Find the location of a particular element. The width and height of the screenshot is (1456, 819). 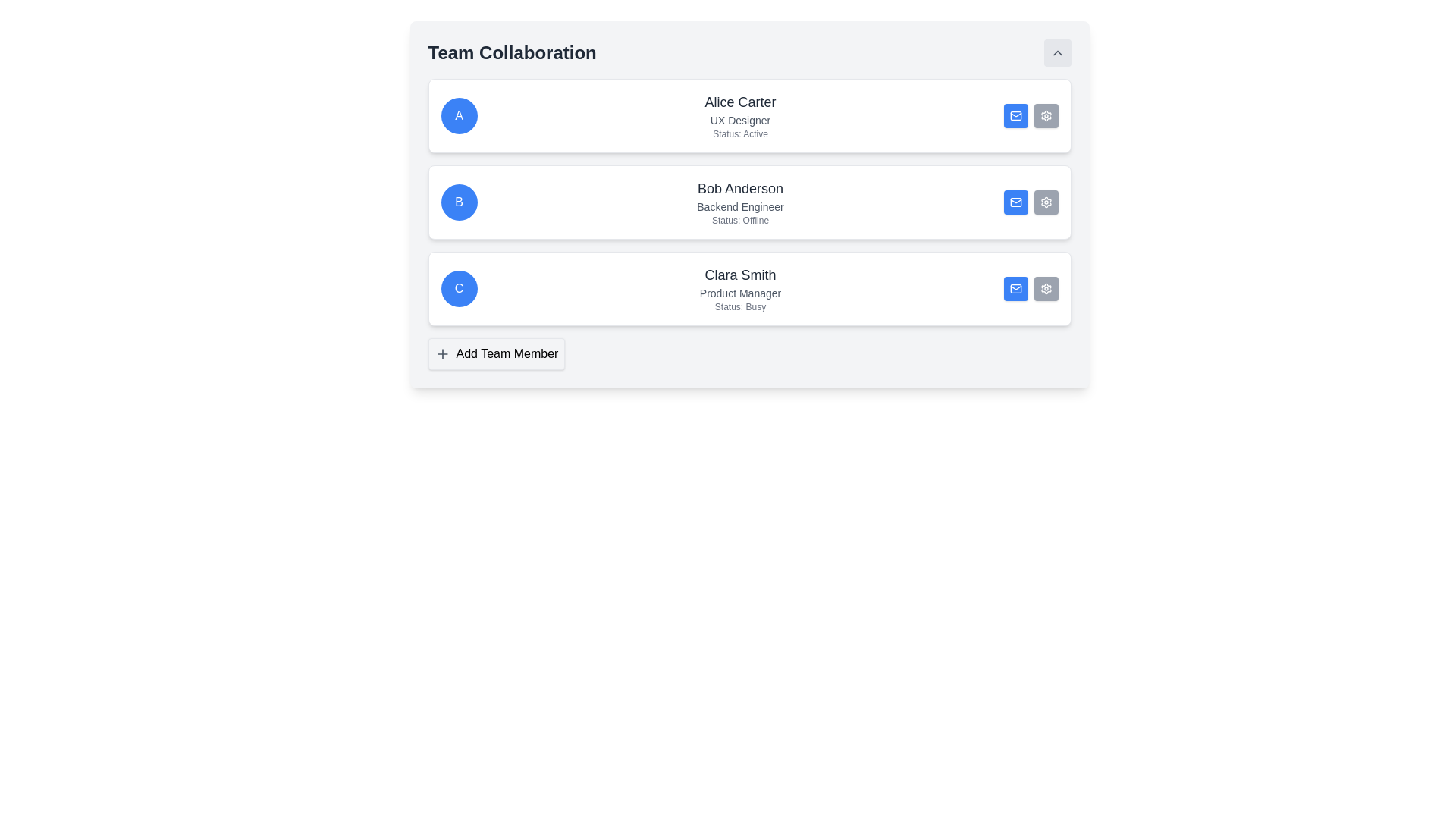

text from the 'Status: Busy' label, which is styled in a small gray font and located below the 'Product Manager' label in Clara Smith's details is located at coordinates (740, 307).